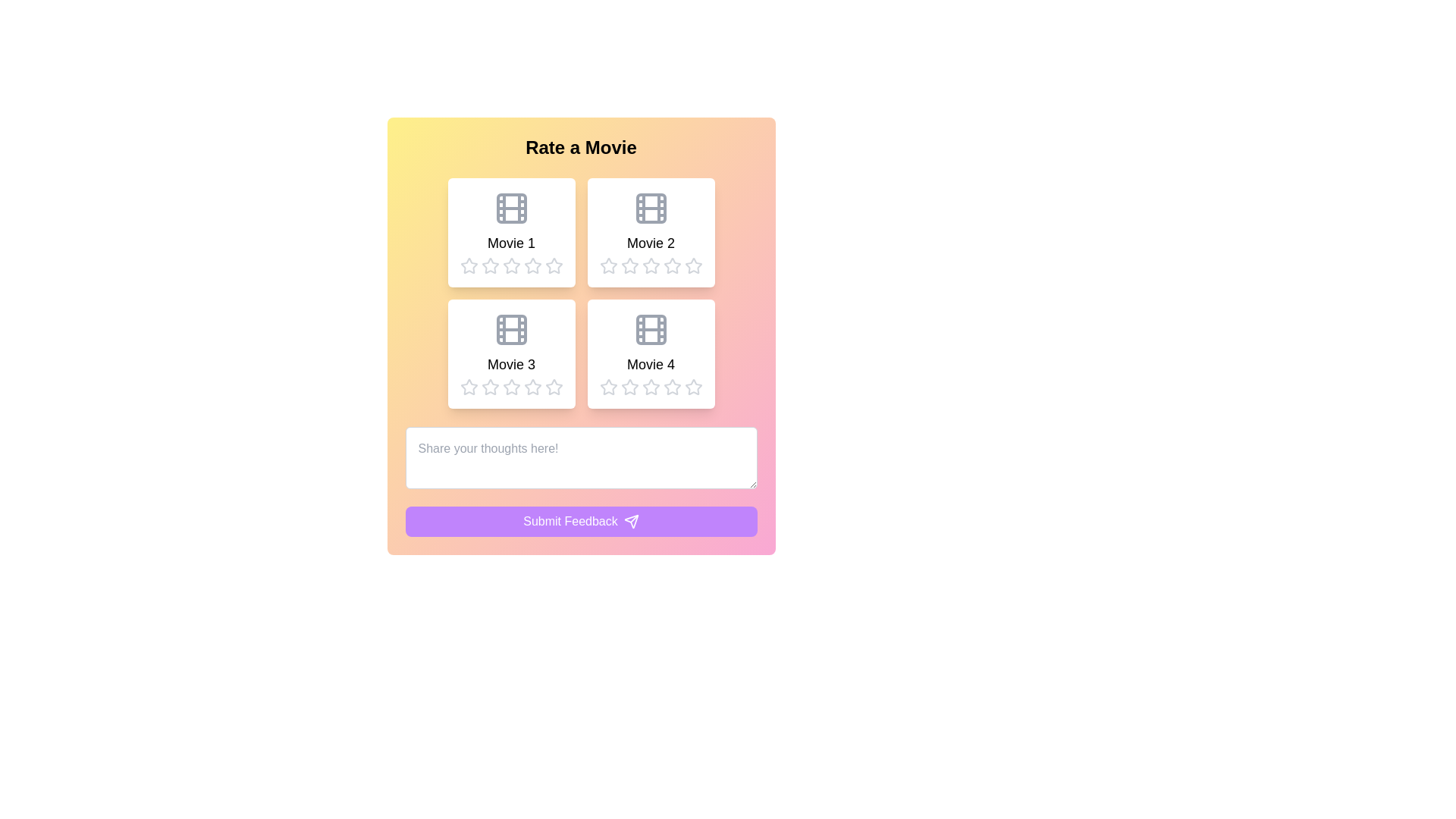  Describe the element at coordinates (692, 265) in the screenshot. I see `the fifth rating star icon for 'Movie 2'` at that location.